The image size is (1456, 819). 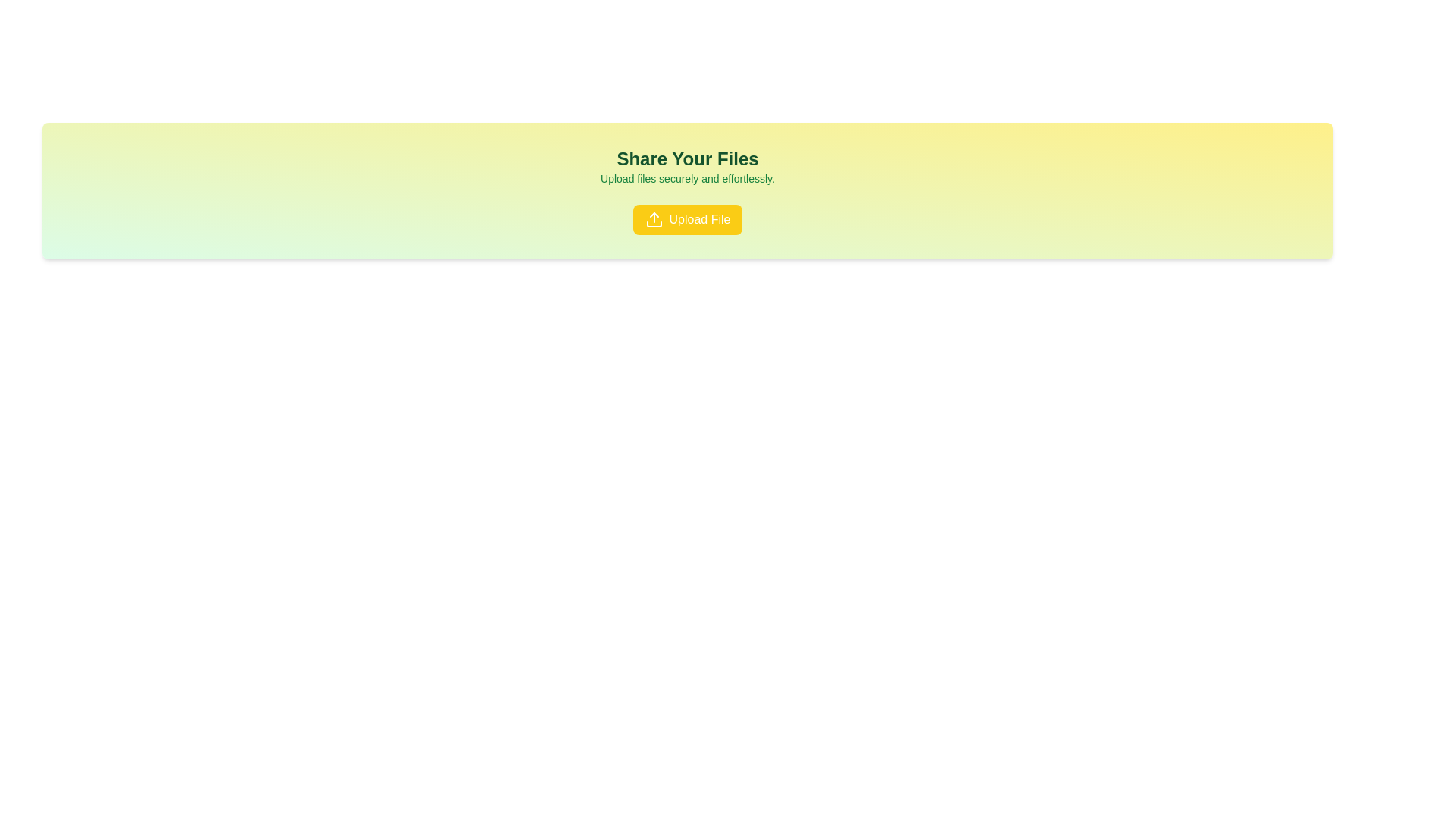 What do you see at coordinates (654, 219) in the screenshot?
I see `the upload icon, which is a graphical element resembling an upward-pointing arrow above a horizontal base, located inside the bright yellow 'Upload File' button` at bounding box center [654, 219].